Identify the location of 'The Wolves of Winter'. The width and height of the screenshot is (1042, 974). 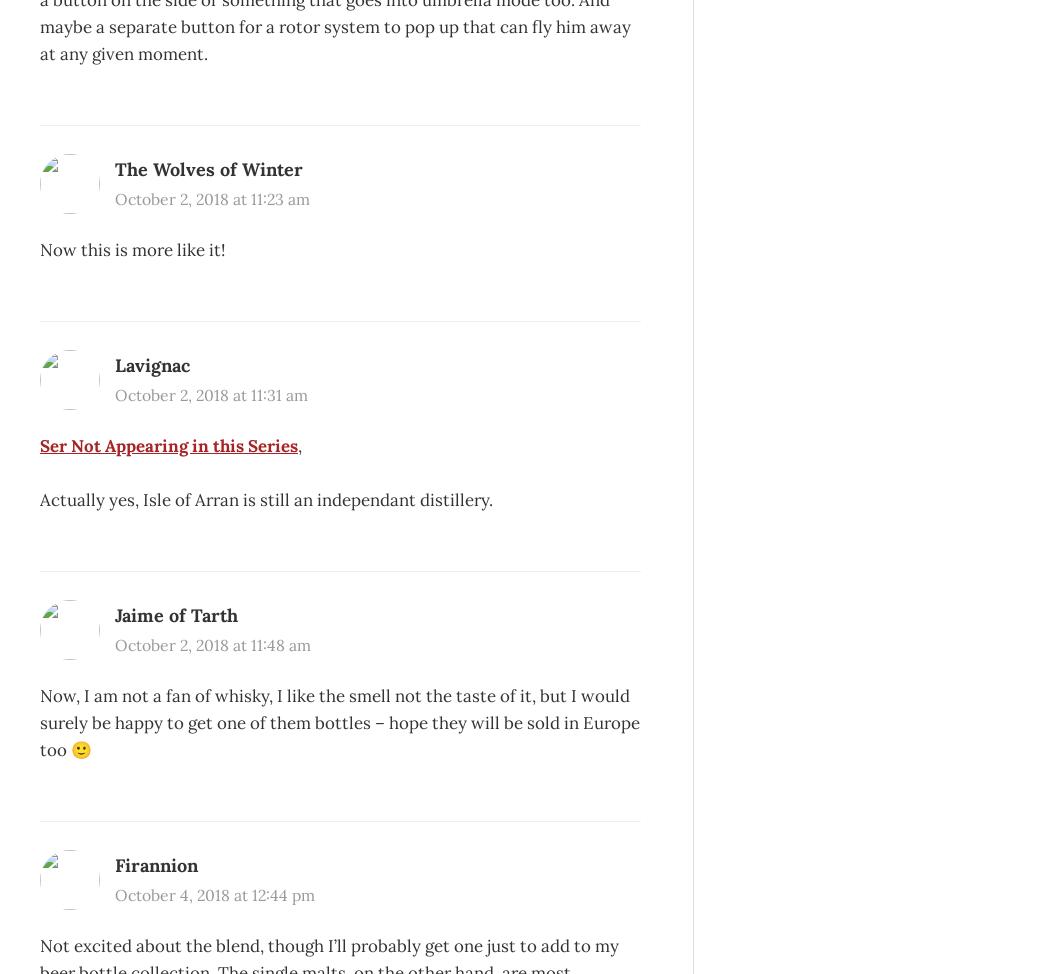
(115, 169).